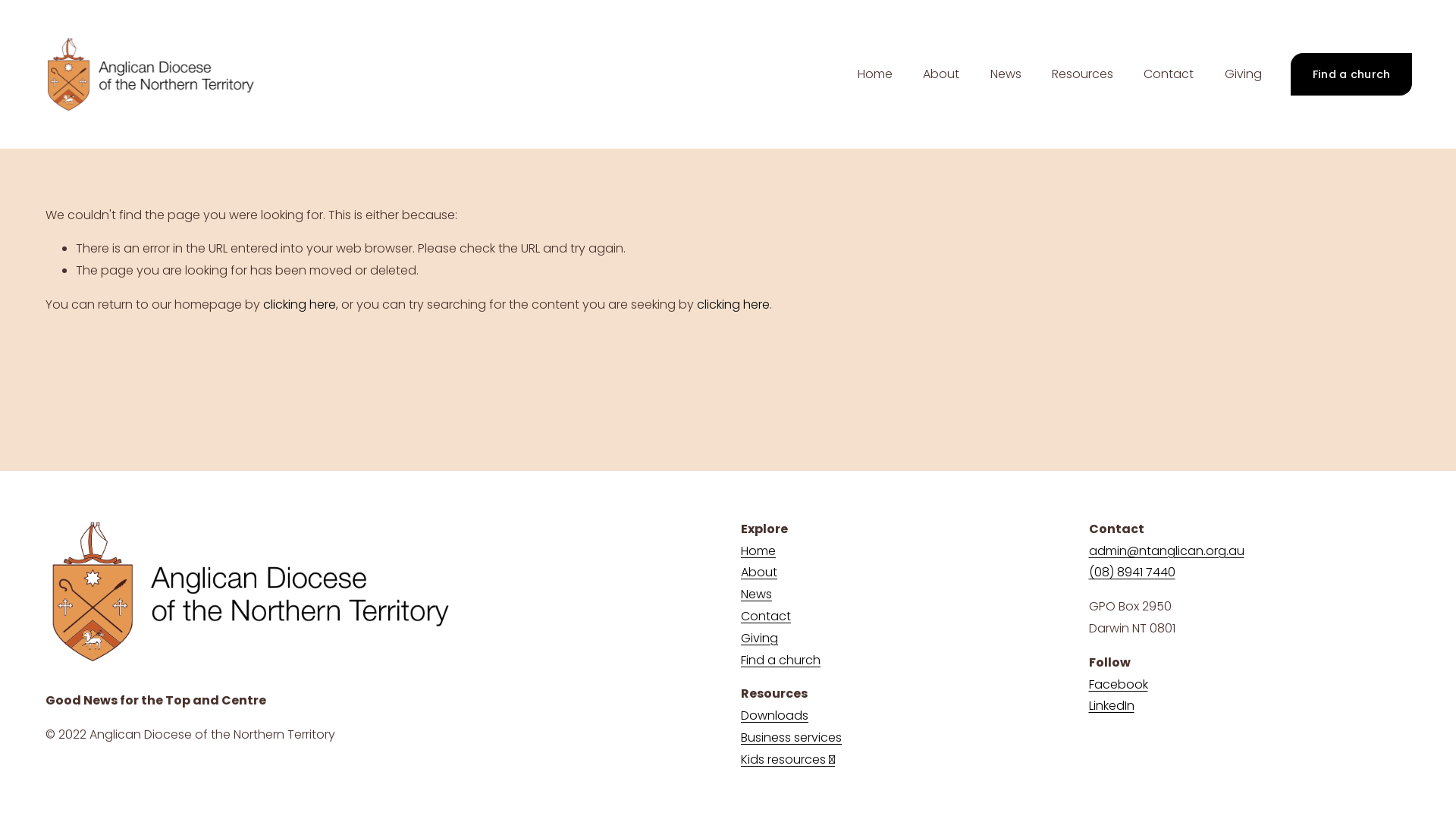  What do you see at coordinates (1111, 706) in the screenshot?
I see `'LinkedIn'` at bounding box center [1111, 706].